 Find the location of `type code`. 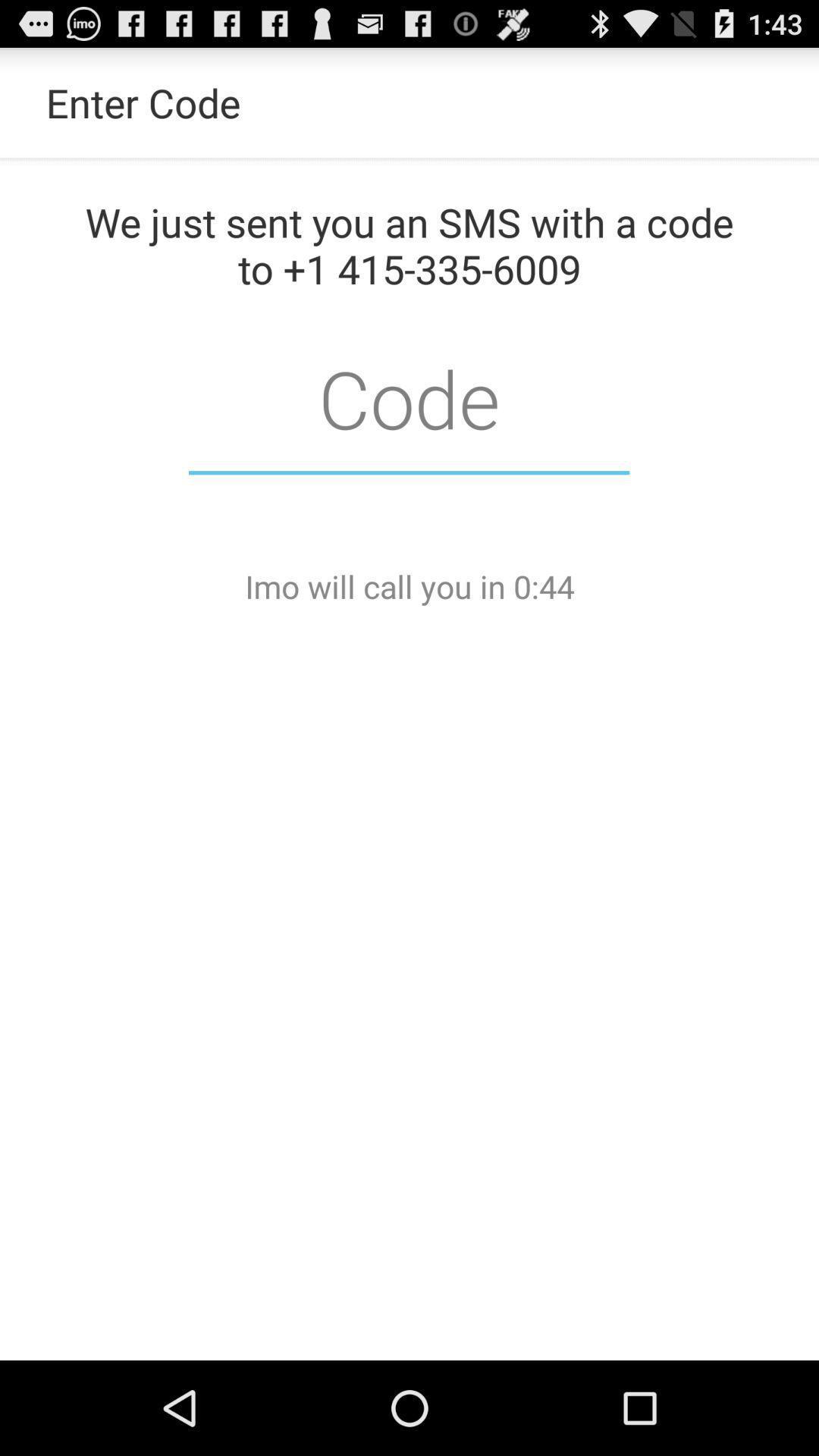

type code is located at coordinates (408, 397).